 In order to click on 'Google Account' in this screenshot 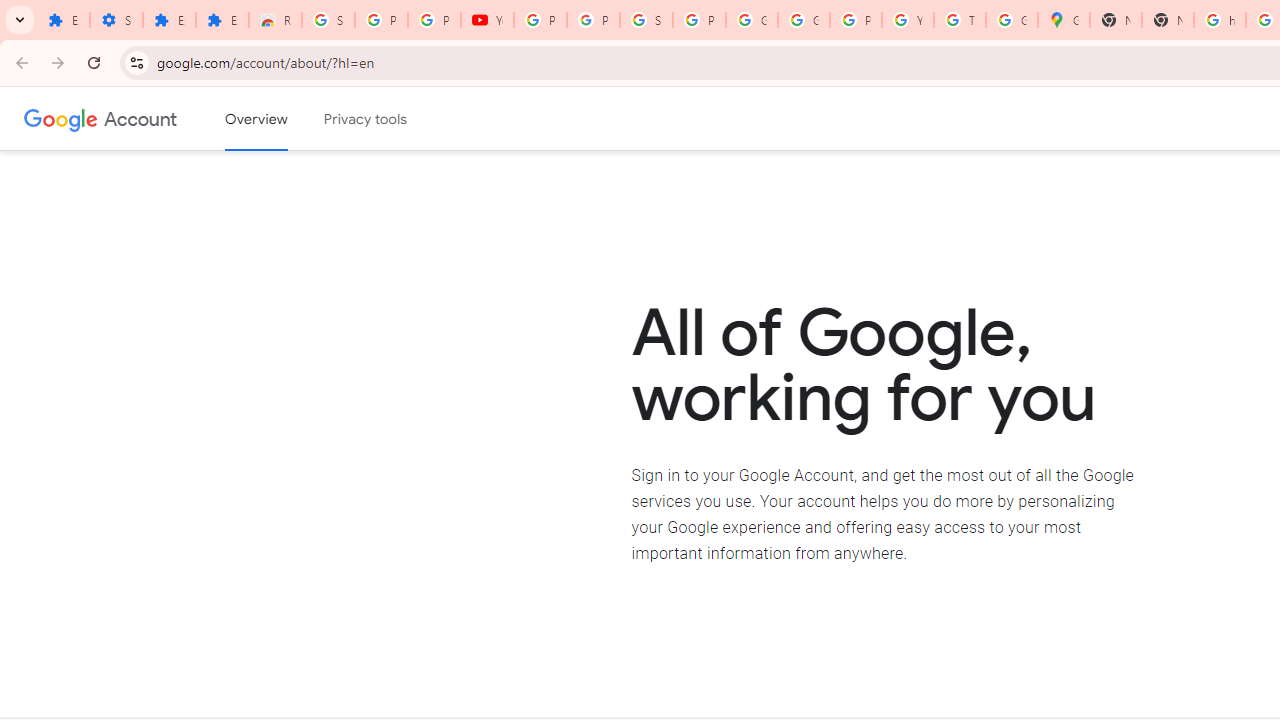, I will do `click(139, 118)`.